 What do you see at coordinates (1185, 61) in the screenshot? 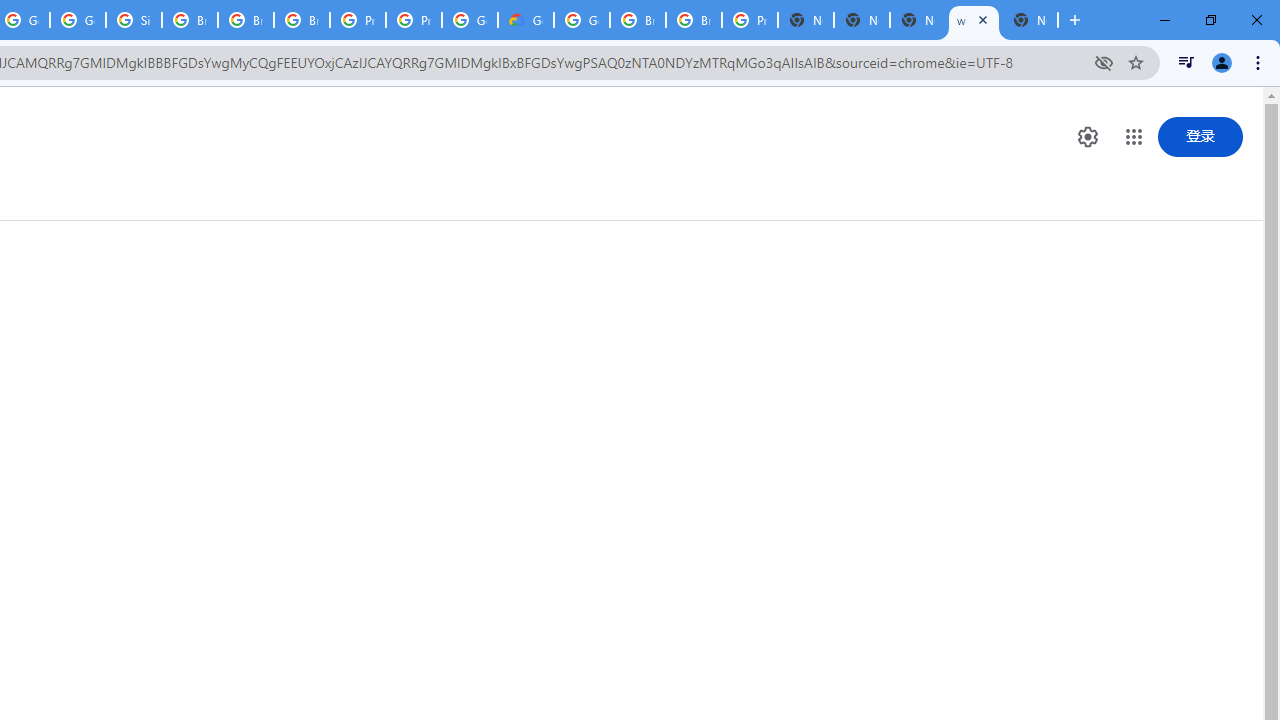
I see `'Control your music, videos, and more'` at bounding box center [1185, 61].